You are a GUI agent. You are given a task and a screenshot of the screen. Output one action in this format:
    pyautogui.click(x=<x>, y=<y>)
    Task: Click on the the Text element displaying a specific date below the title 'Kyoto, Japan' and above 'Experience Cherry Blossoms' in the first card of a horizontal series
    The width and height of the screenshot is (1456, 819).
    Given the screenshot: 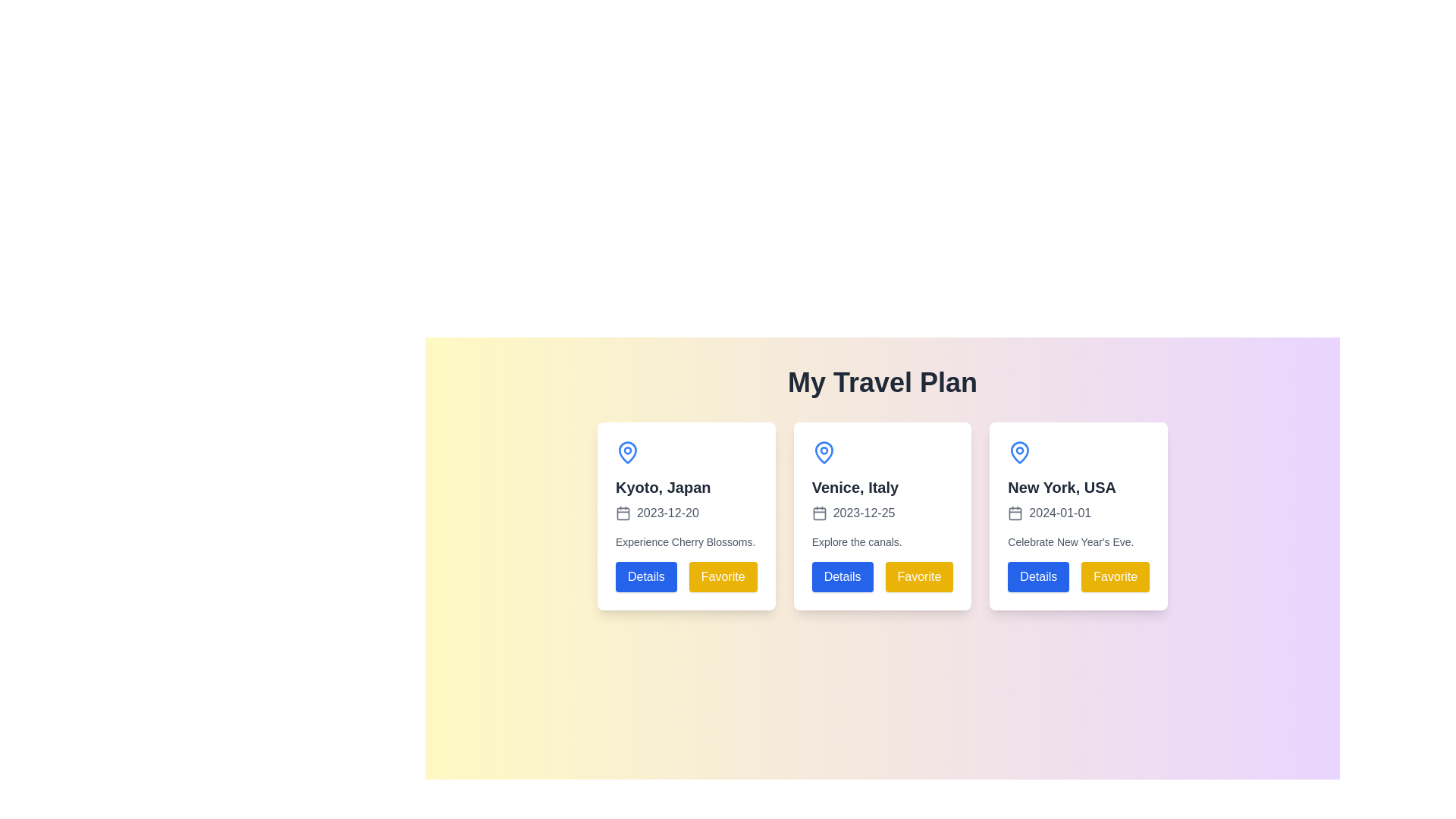 What is the action you would take?
    pyautogui.click(x=657, y=513)
    